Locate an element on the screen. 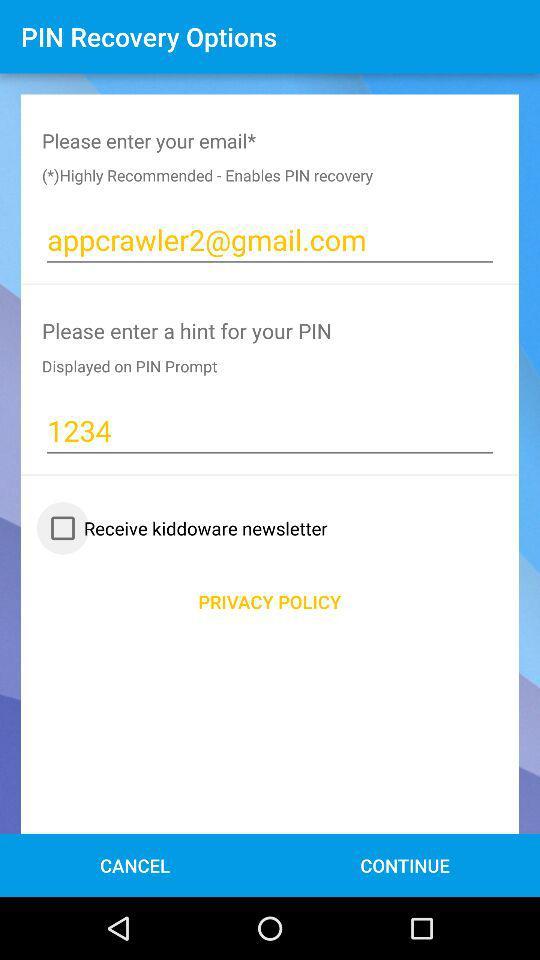  icon below displayed on pin icon is located at coordinates (270, 430).